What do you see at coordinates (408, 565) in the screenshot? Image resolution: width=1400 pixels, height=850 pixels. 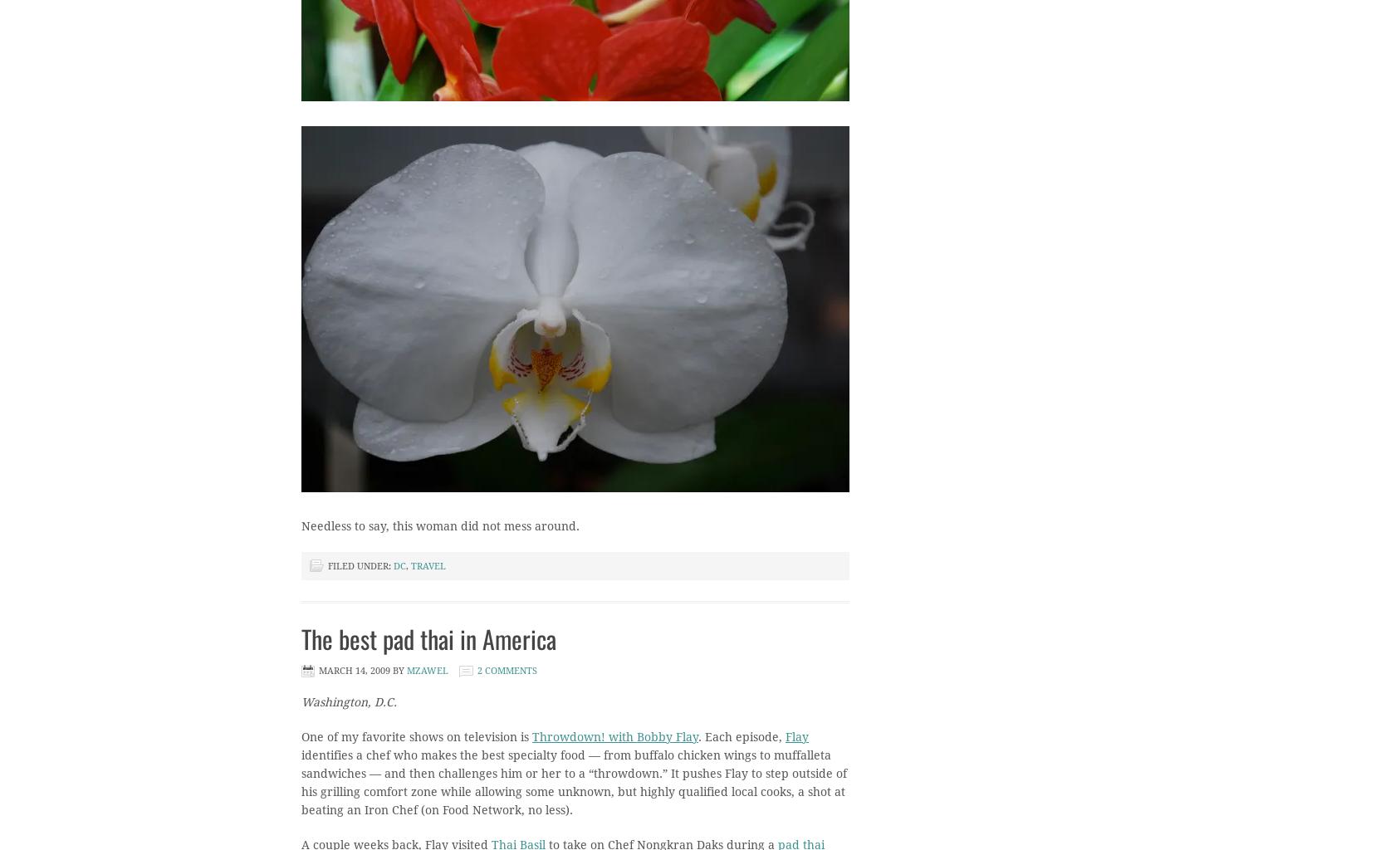 I see `','` at bounding box center [408, 565].